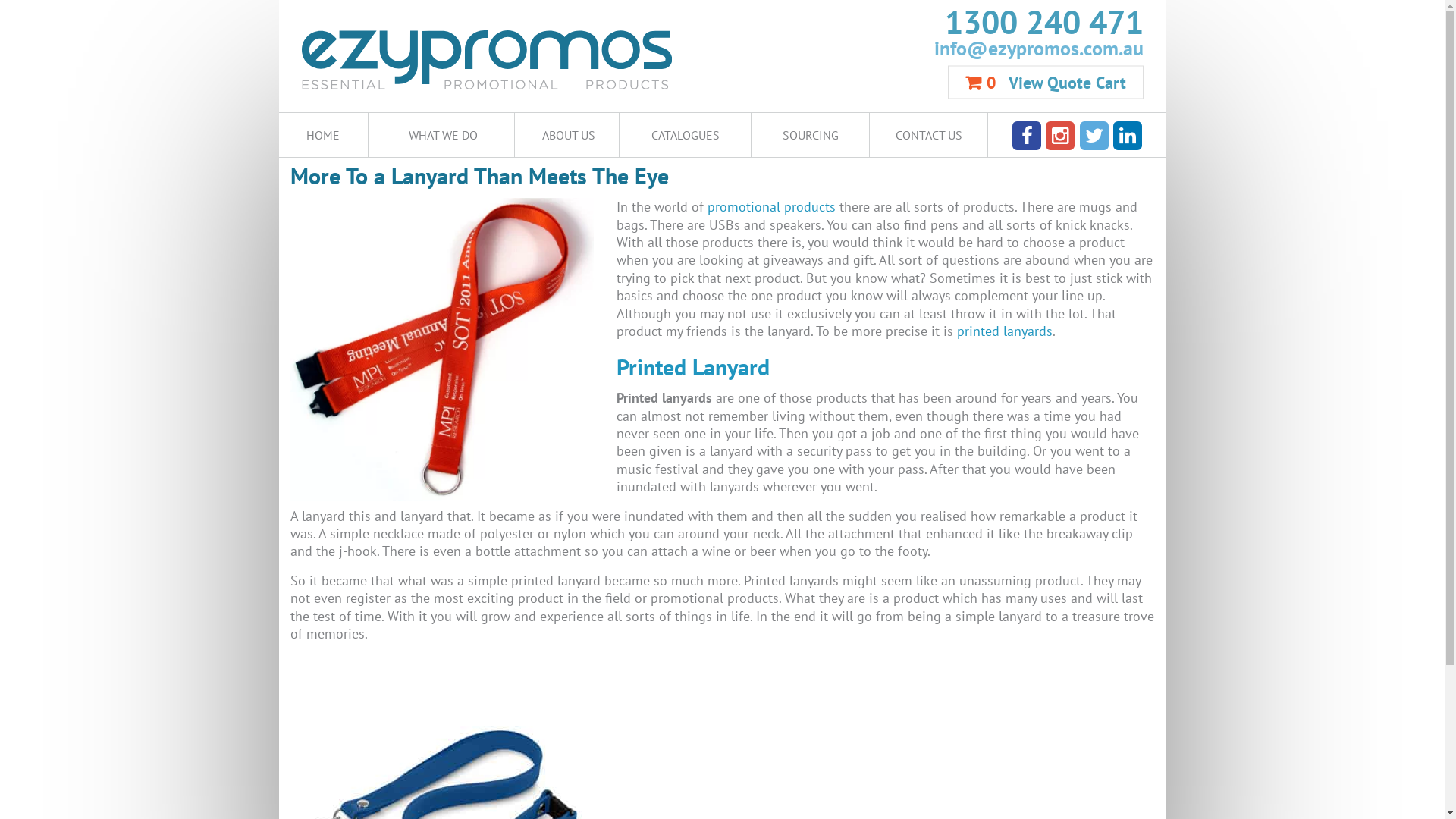 The image size is (1456, 819). I want to click on 'ABOUT US', so click(566, 133).